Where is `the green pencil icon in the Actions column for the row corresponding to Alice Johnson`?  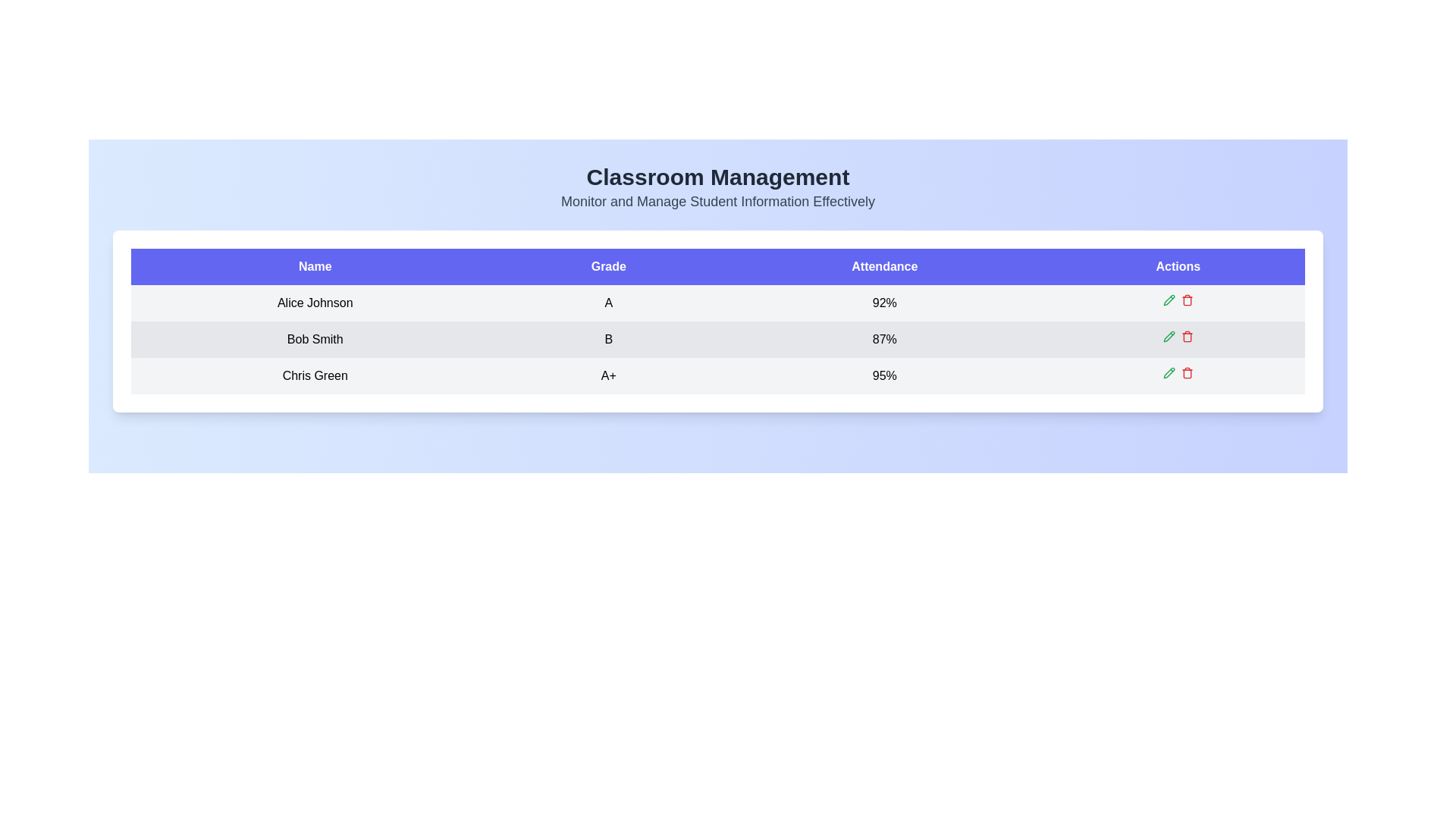 the green pencil icon in the Actions column for the row corresponding to Alice Johnson is located at coordinates (1177, 300).